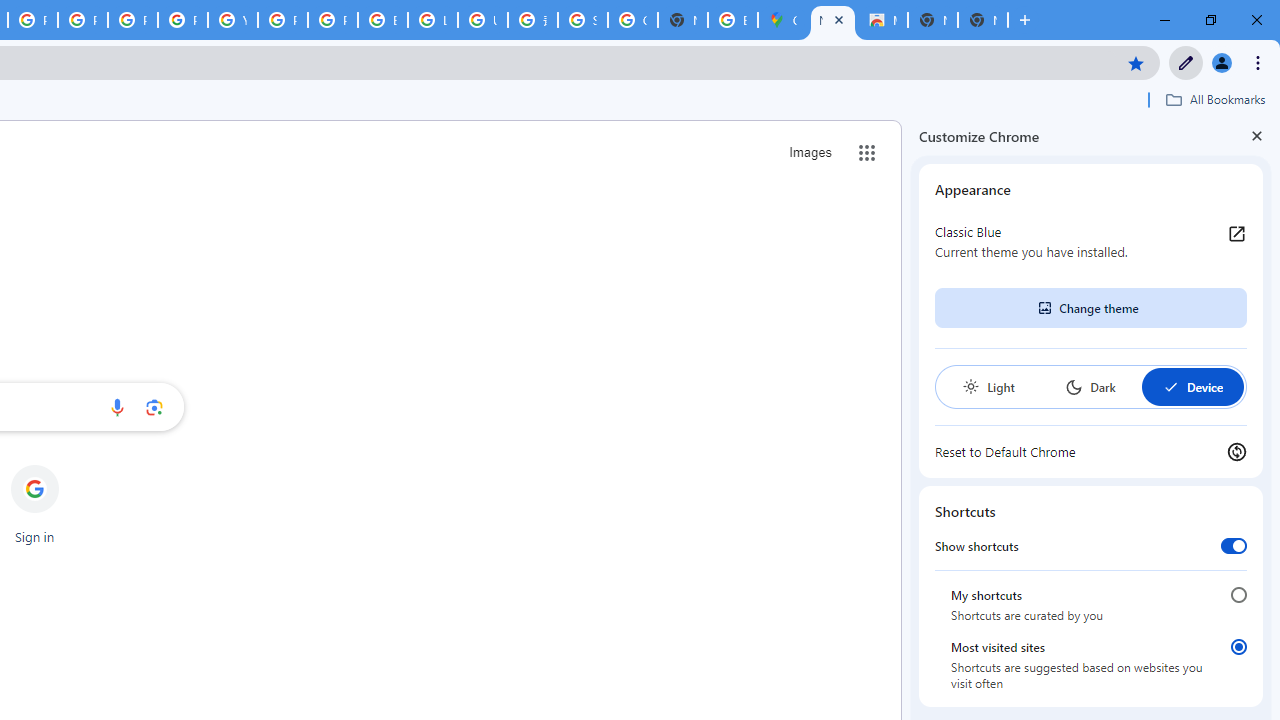 This screenshot has width=1280, height=720. What do you see at coordinates (1089, 387) in the screenshot?
I see `'Dark'` at bounding box center [1089, 387].